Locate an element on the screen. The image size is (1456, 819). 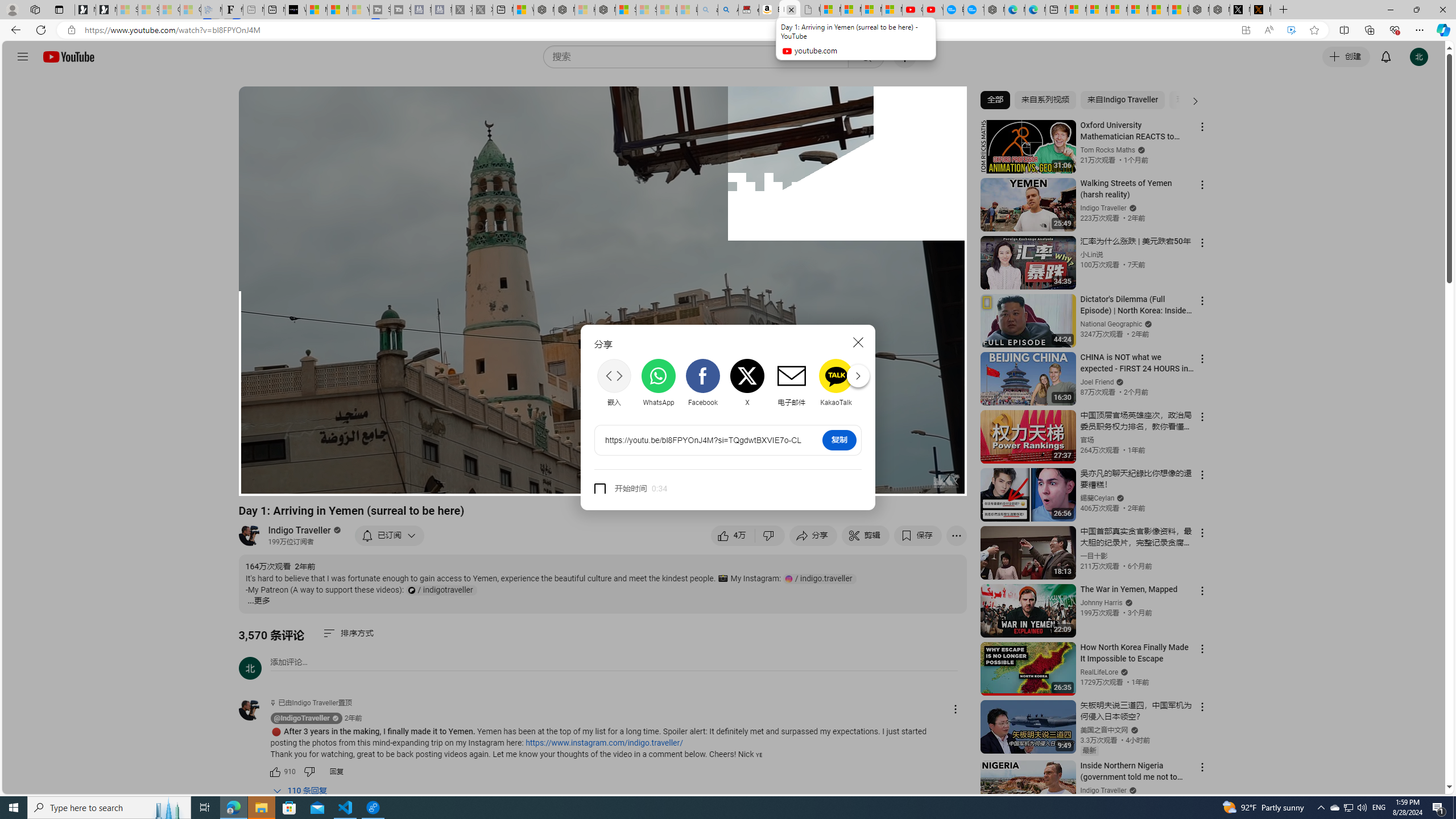
'YouTube Kids - An App Created for Kids to Explore Content' is located at coordinates (932, 9).